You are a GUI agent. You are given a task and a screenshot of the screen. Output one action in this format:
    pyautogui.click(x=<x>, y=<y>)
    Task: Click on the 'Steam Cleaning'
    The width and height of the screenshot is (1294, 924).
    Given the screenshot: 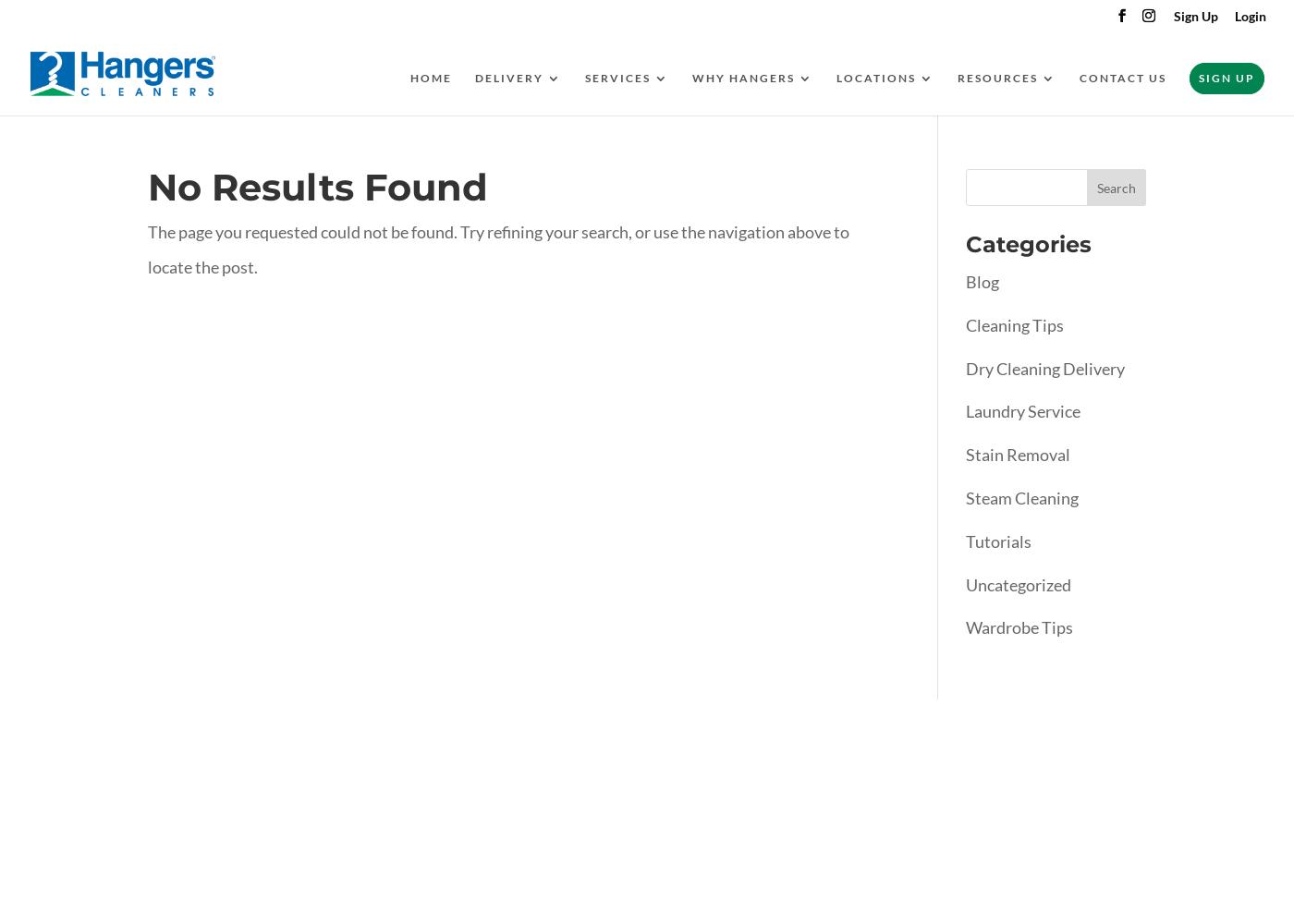 What is the action you would take?
    pyautogui.click(x=1021, y=497)
    